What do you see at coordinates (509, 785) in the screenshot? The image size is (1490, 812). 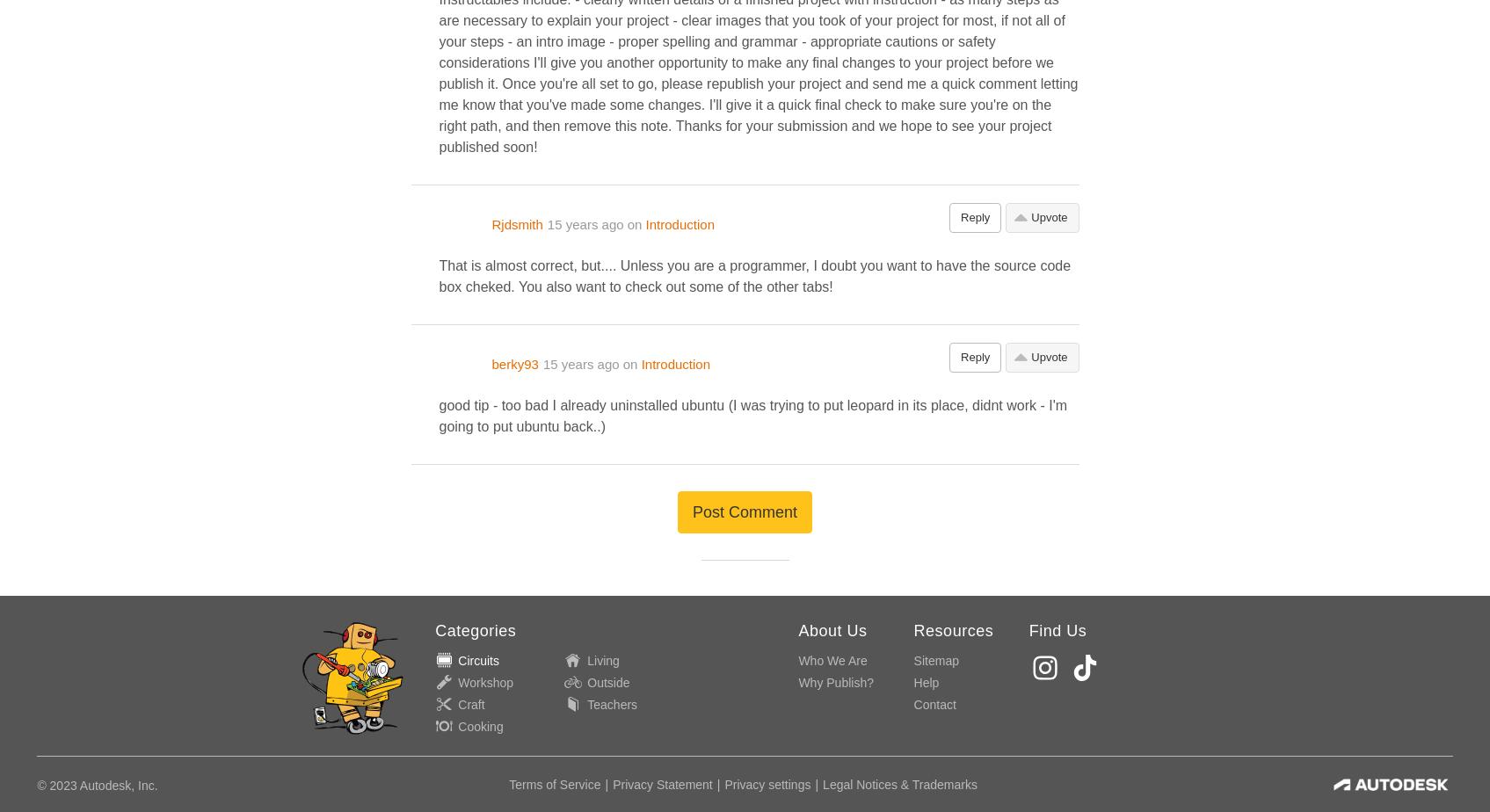 I see `'Terms of Service'` at bounding box center [509, 785].